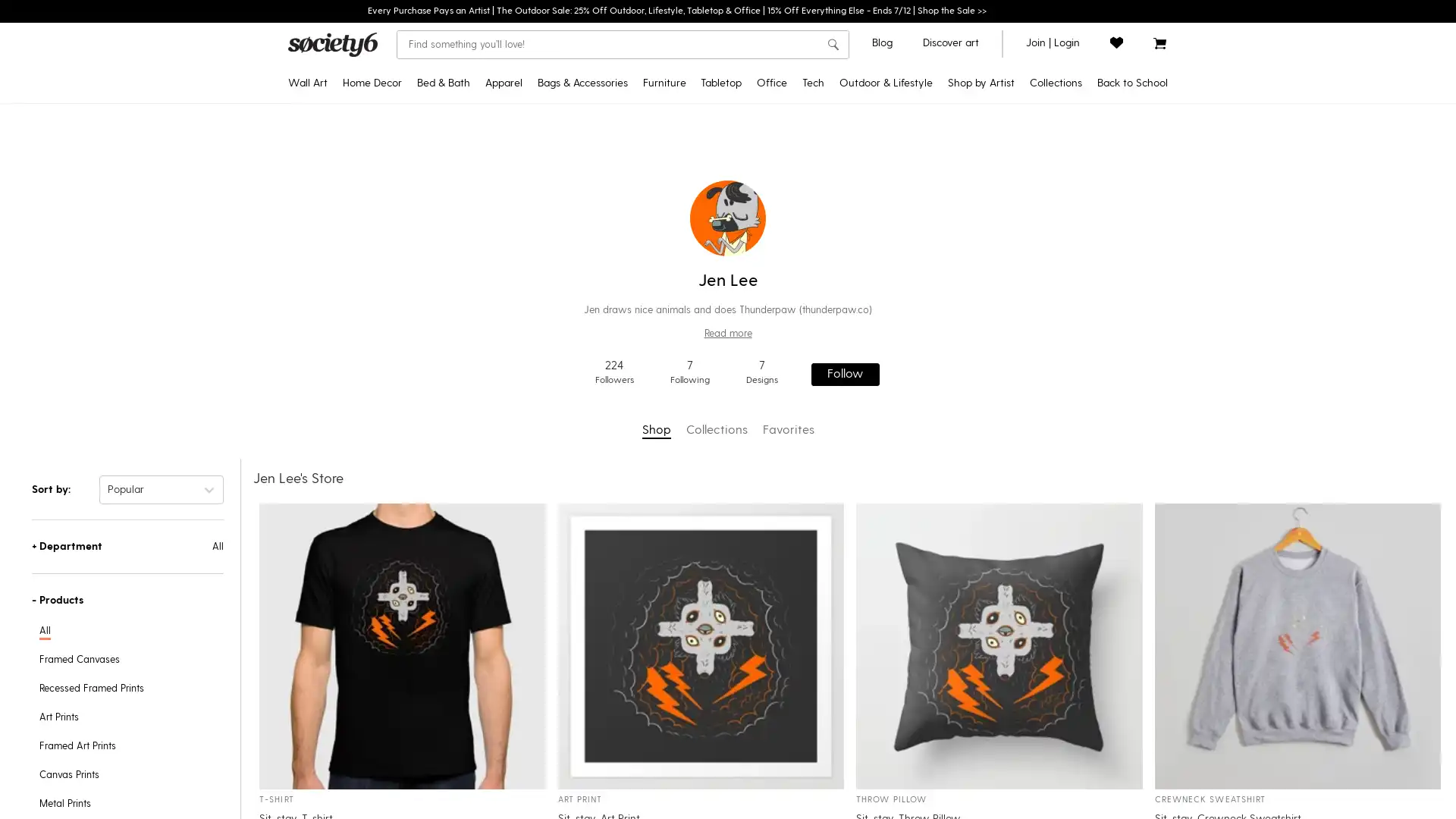 The width and height of the screenshot is (1456, 819). I want to click on Pillow Shams, so click(475, 170).